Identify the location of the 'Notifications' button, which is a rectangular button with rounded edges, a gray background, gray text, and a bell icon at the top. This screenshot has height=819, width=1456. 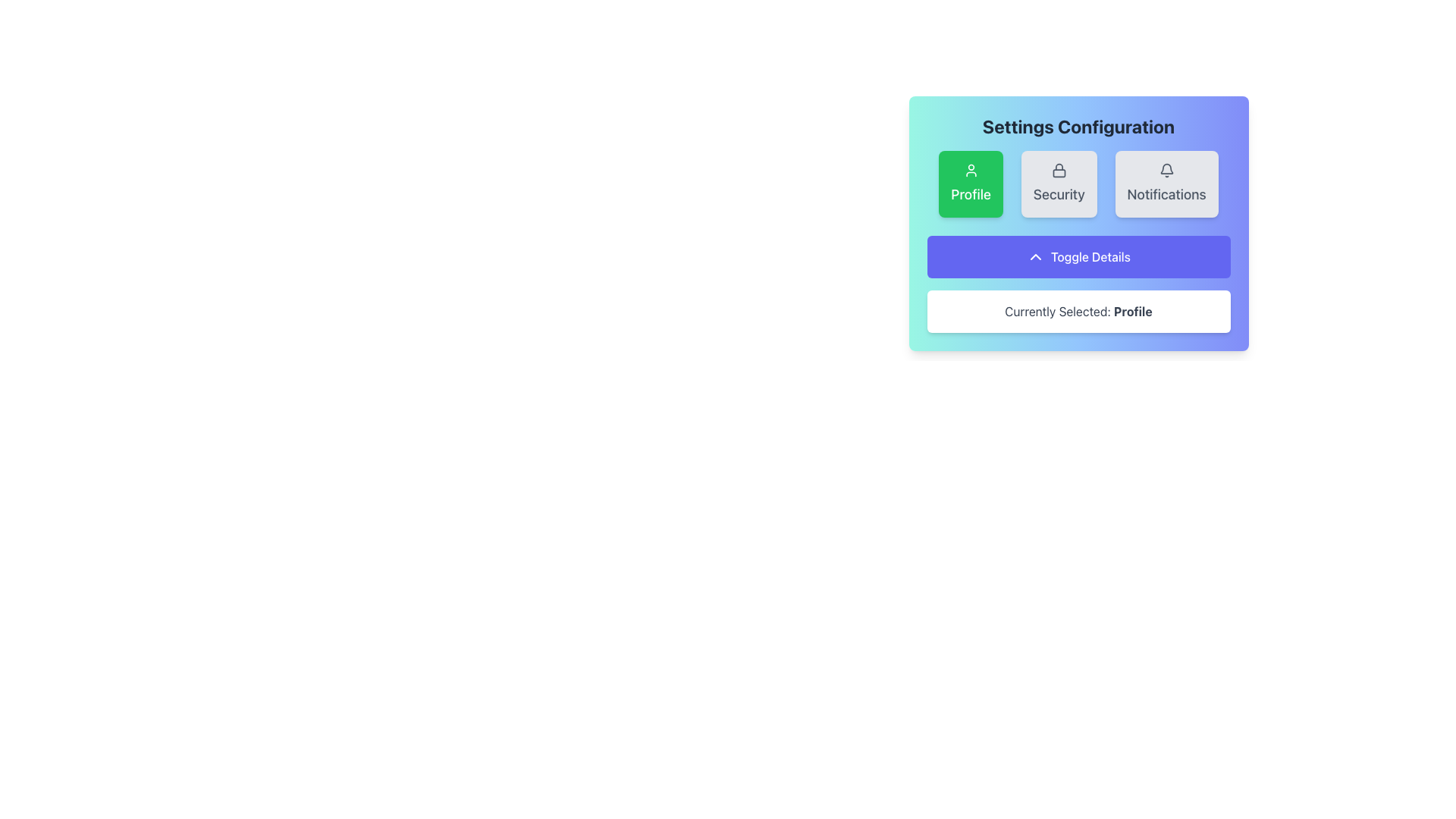
(1166, 184).